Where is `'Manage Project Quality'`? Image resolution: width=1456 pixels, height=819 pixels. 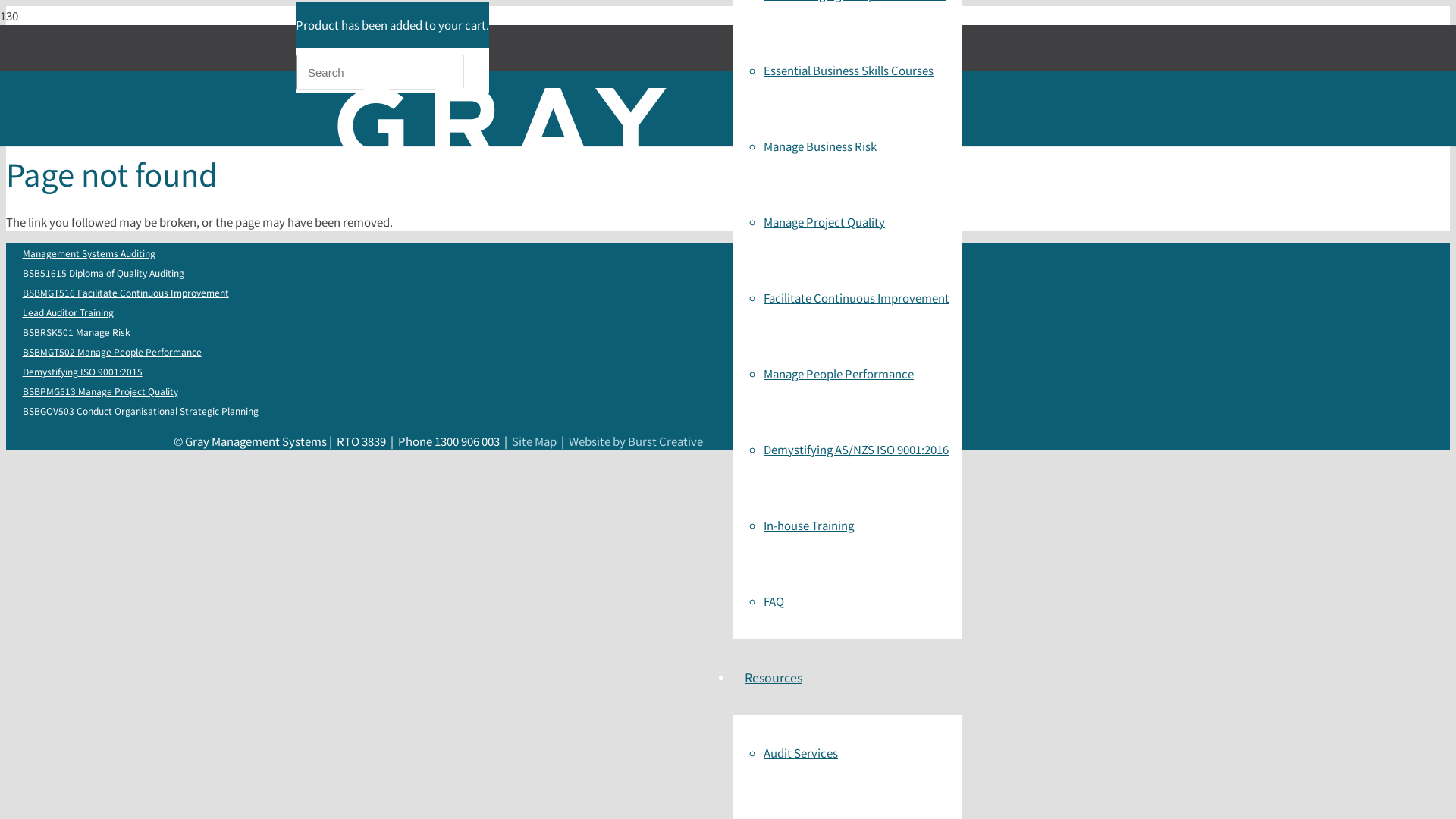 'Manage Project Quality' is located at coordinates (823, 221).